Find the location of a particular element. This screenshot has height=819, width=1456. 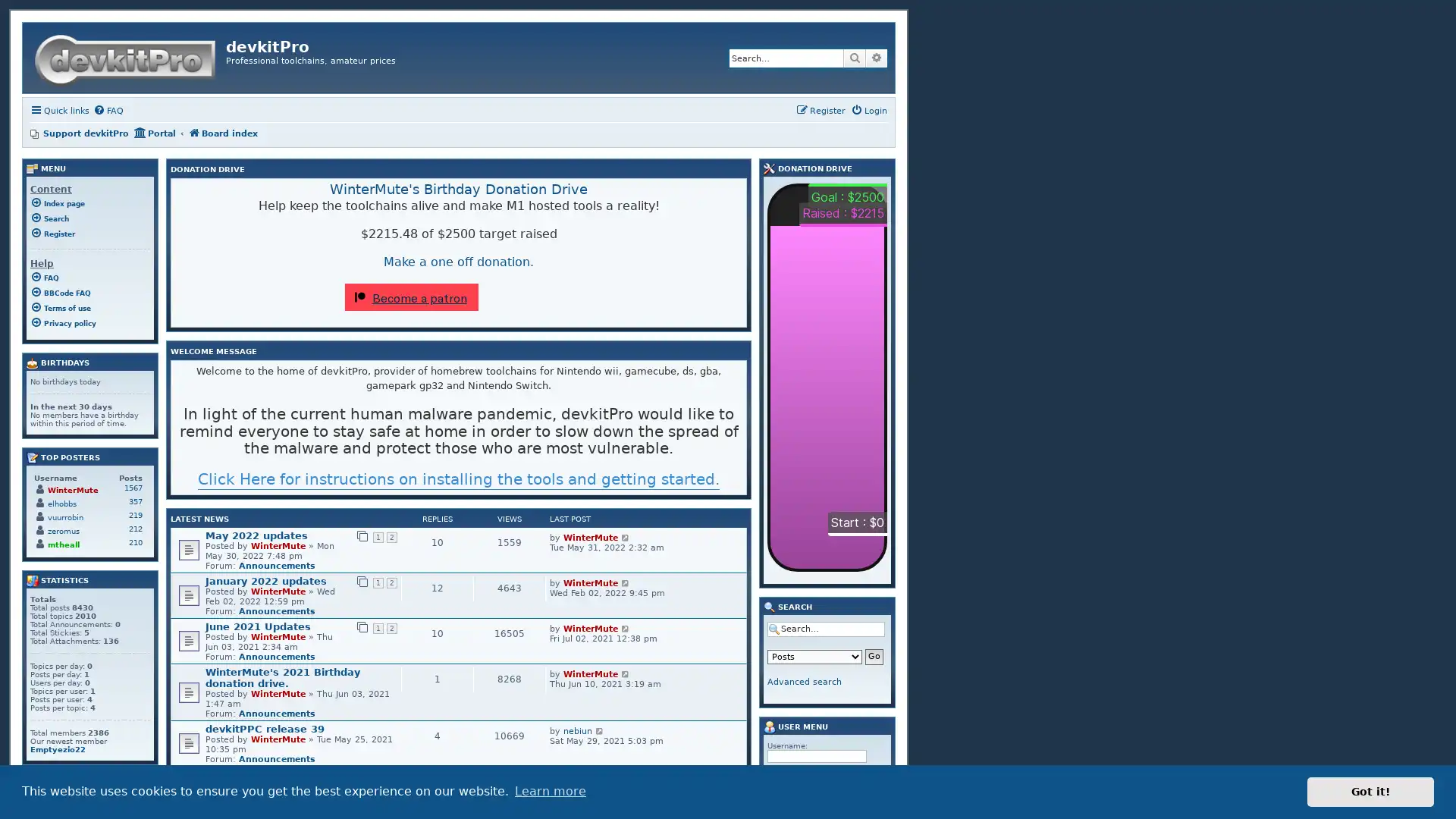

learn more about cookies is located at coordinates (549, 791).